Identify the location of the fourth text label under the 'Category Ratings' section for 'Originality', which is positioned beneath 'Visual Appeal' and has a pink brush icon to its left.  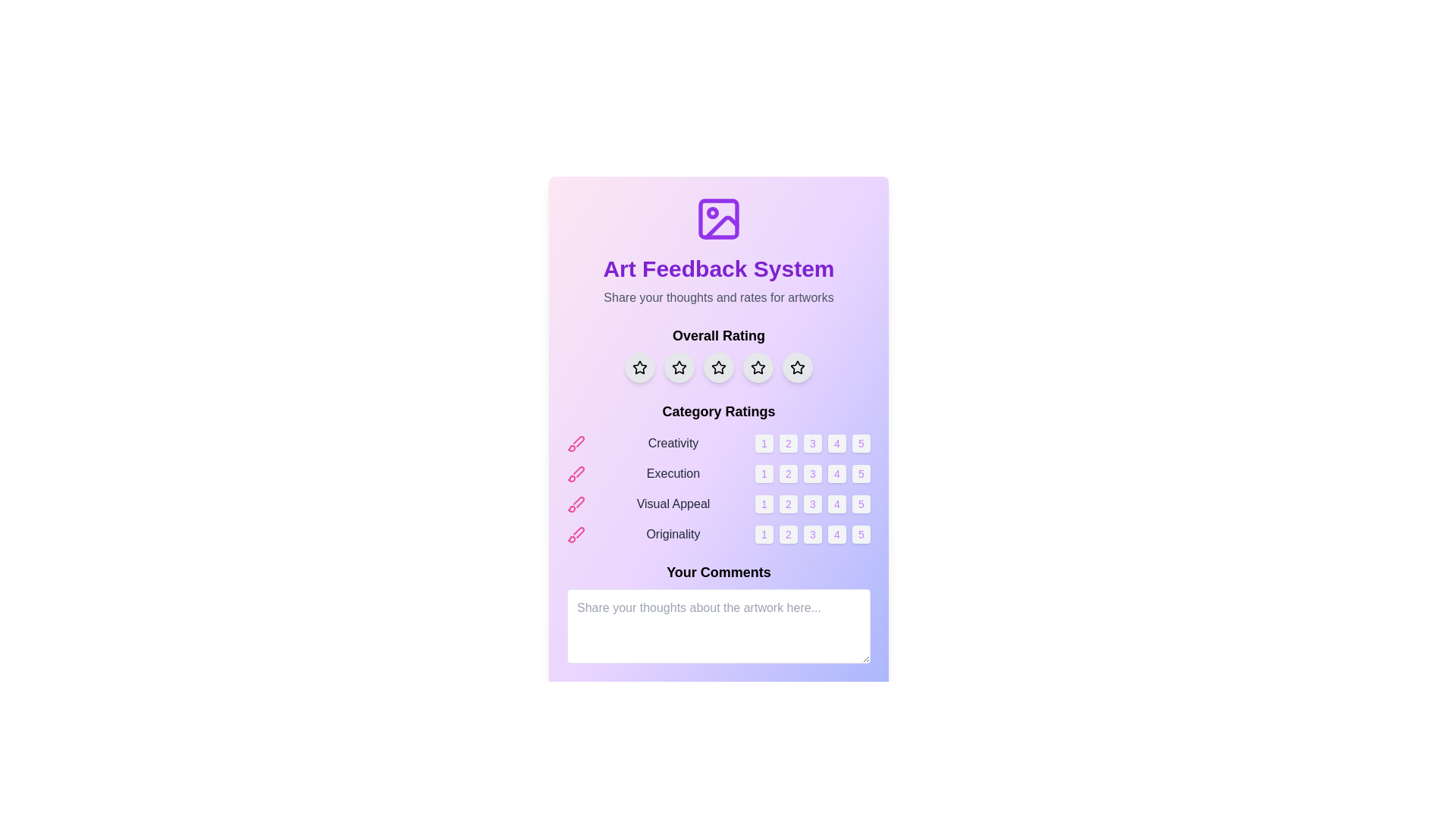
(673, 534).